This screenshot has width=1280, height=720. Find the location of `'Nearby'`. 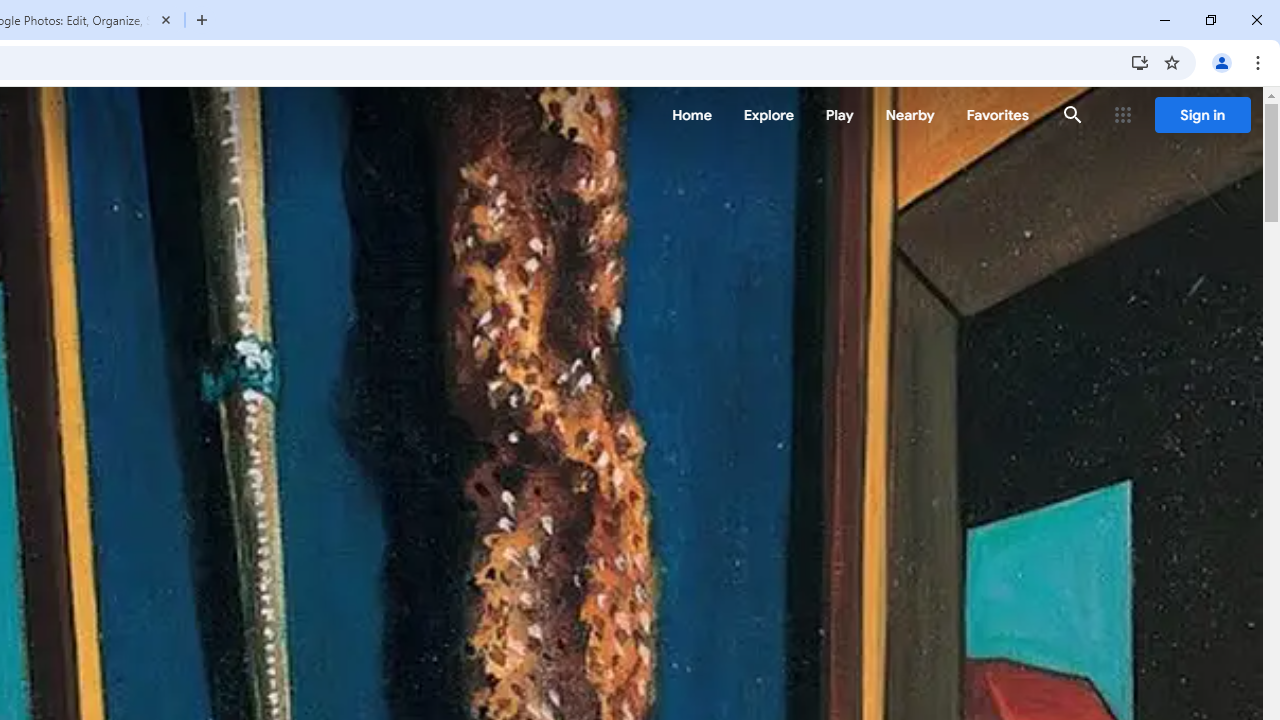

'Nearby' is located at coordinates (909, 115).